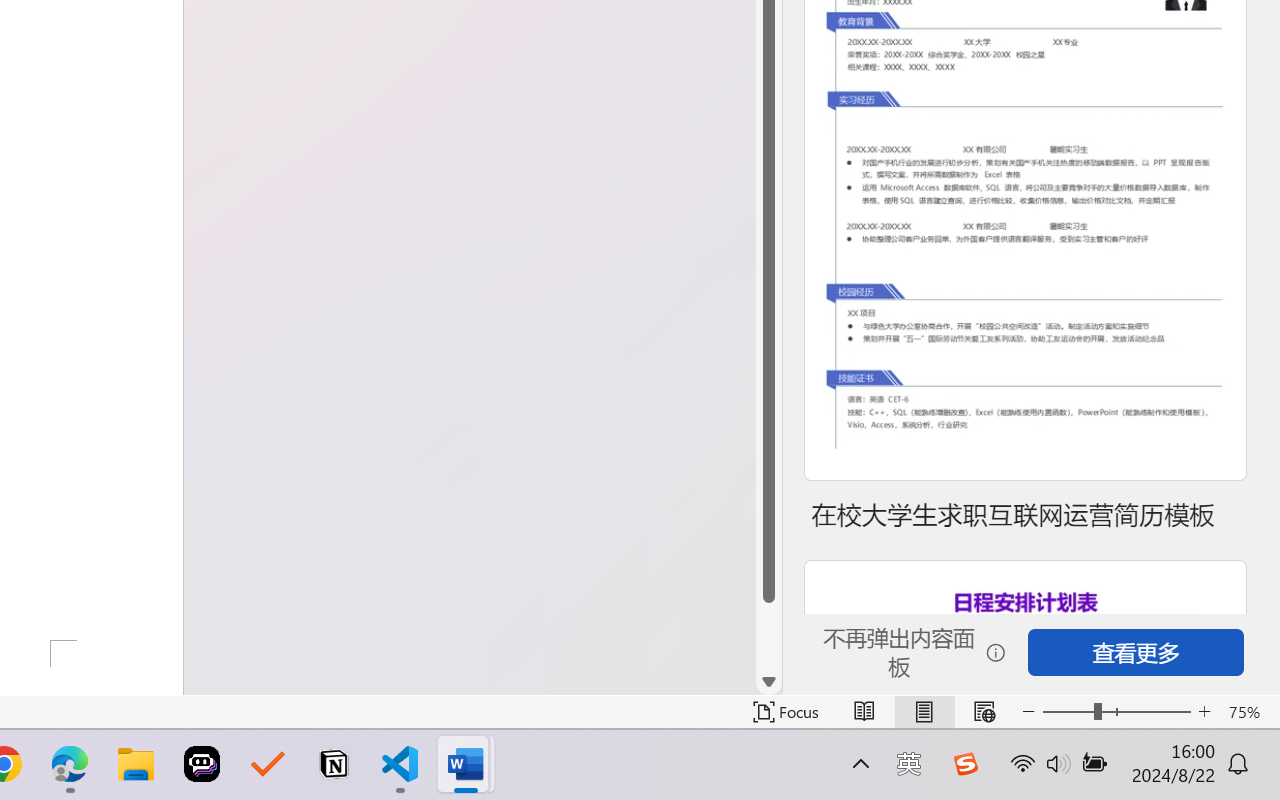  What do you see at coordinates (923, 711) in the screenshot?
I see `'Print Layout'` at bounding box center [923, 711].